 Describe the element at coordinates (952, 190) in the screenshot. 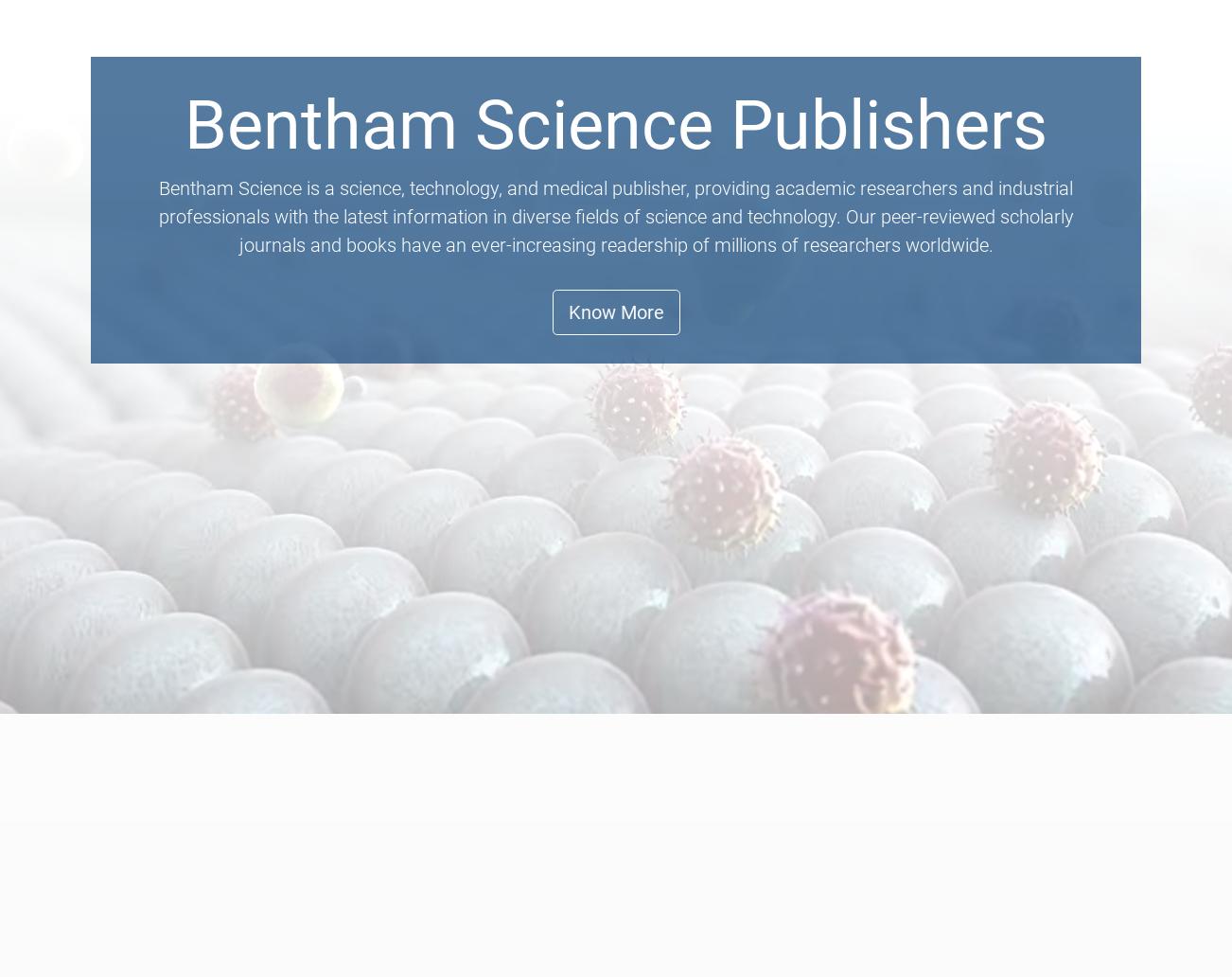

I see `'Subscriptions'` at that location.